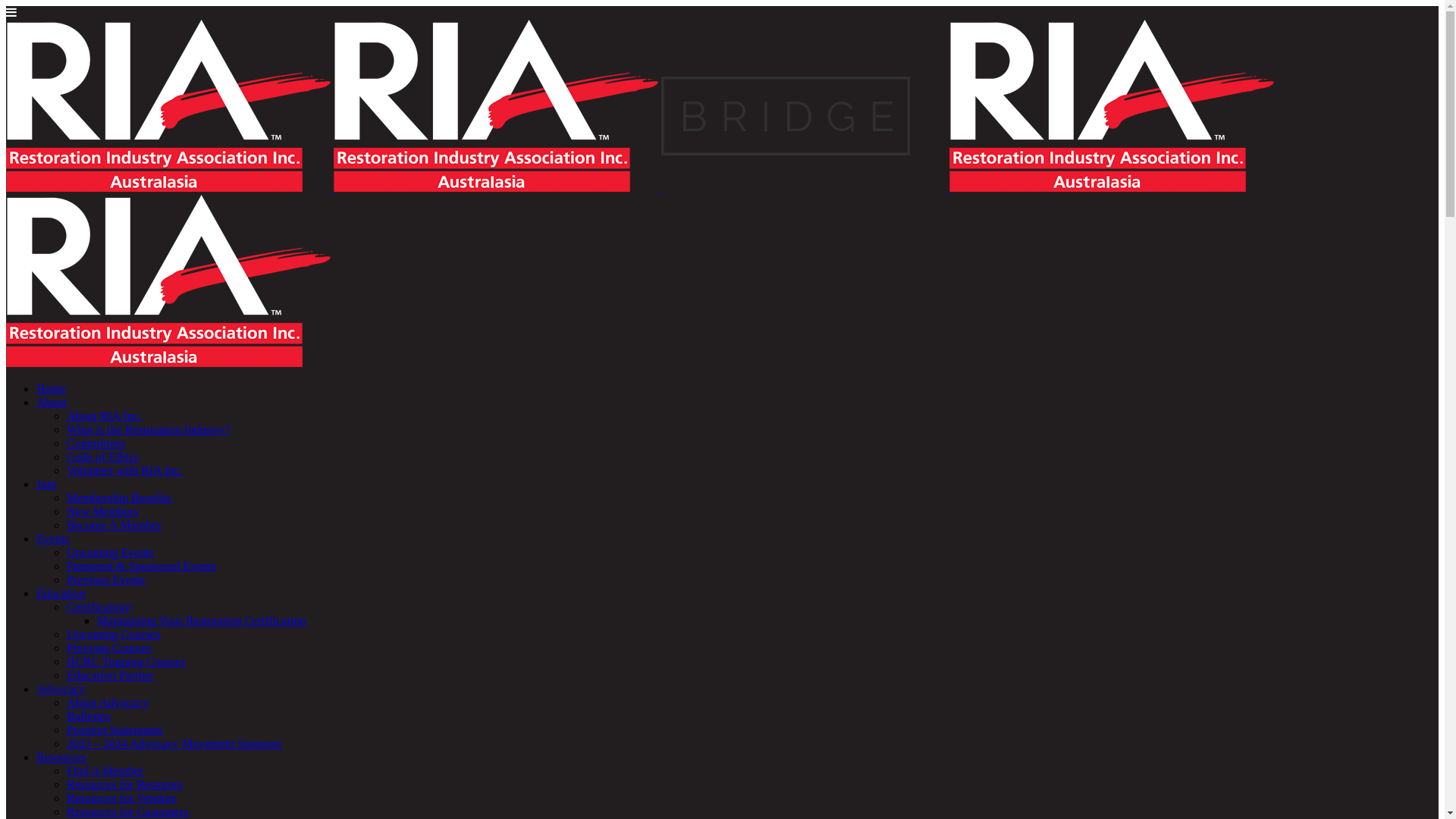  What do you see at coordinates (127, 811) in the screenshot?
I see `'Resources for Customers'` at bounding box center [127, 811].